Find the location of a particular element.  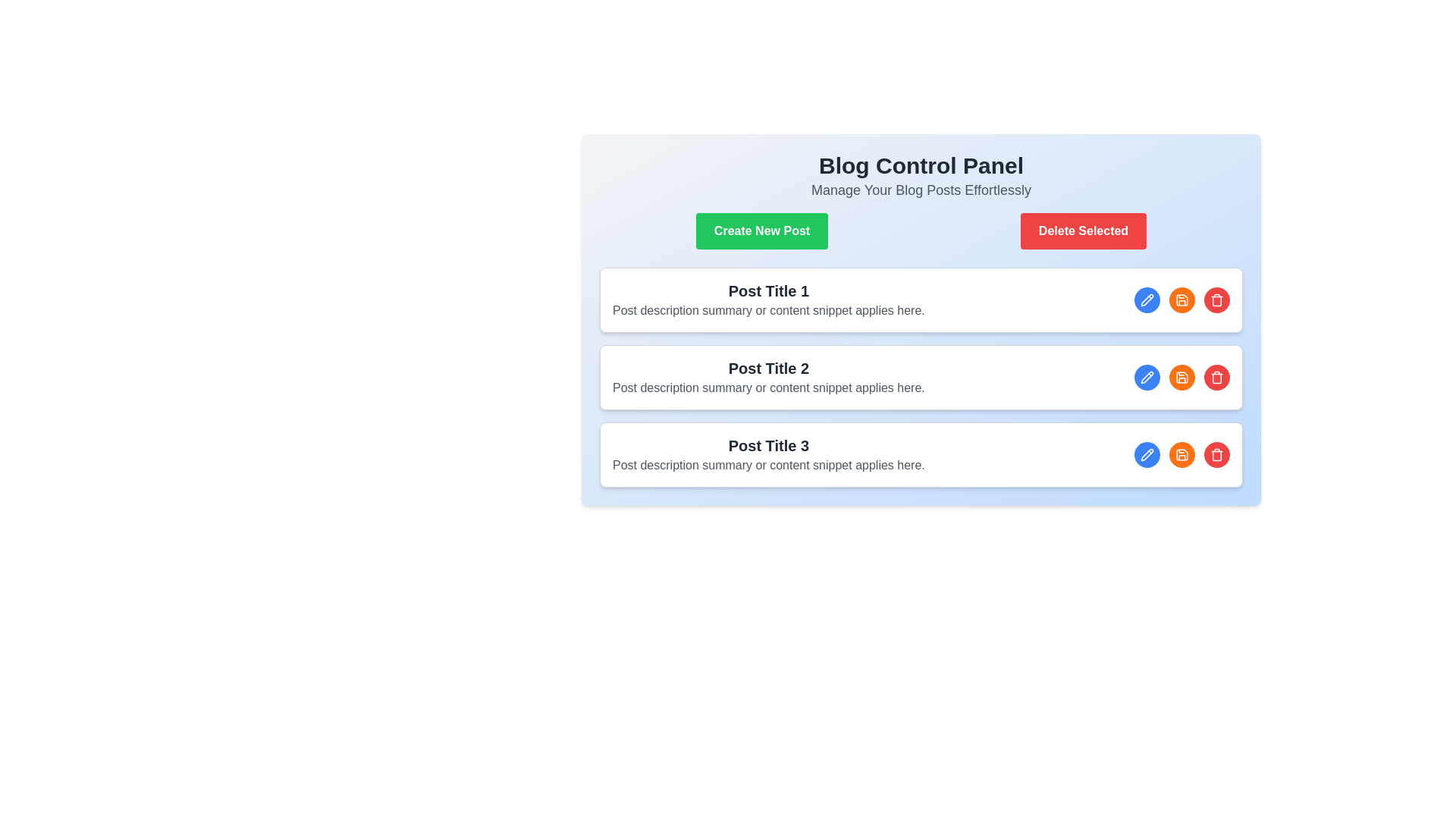

the textual UI component displaying the post's title and description, which is the third item in the list located under 'Post Title 2' is located at coordinates (768, 454).